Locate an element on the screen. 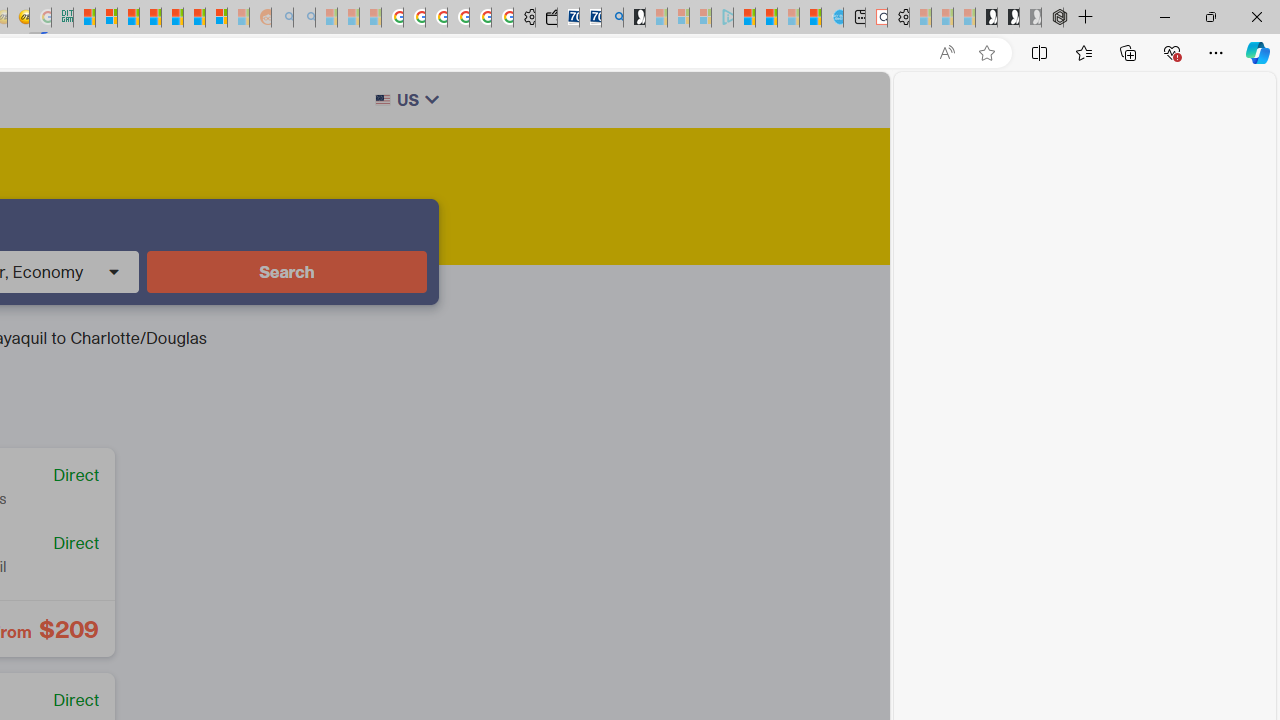 This screenshot has height=720, width=1280. 'Play Free Online Games | Games from Microsoft Start' is located at coordinates (986, 17).